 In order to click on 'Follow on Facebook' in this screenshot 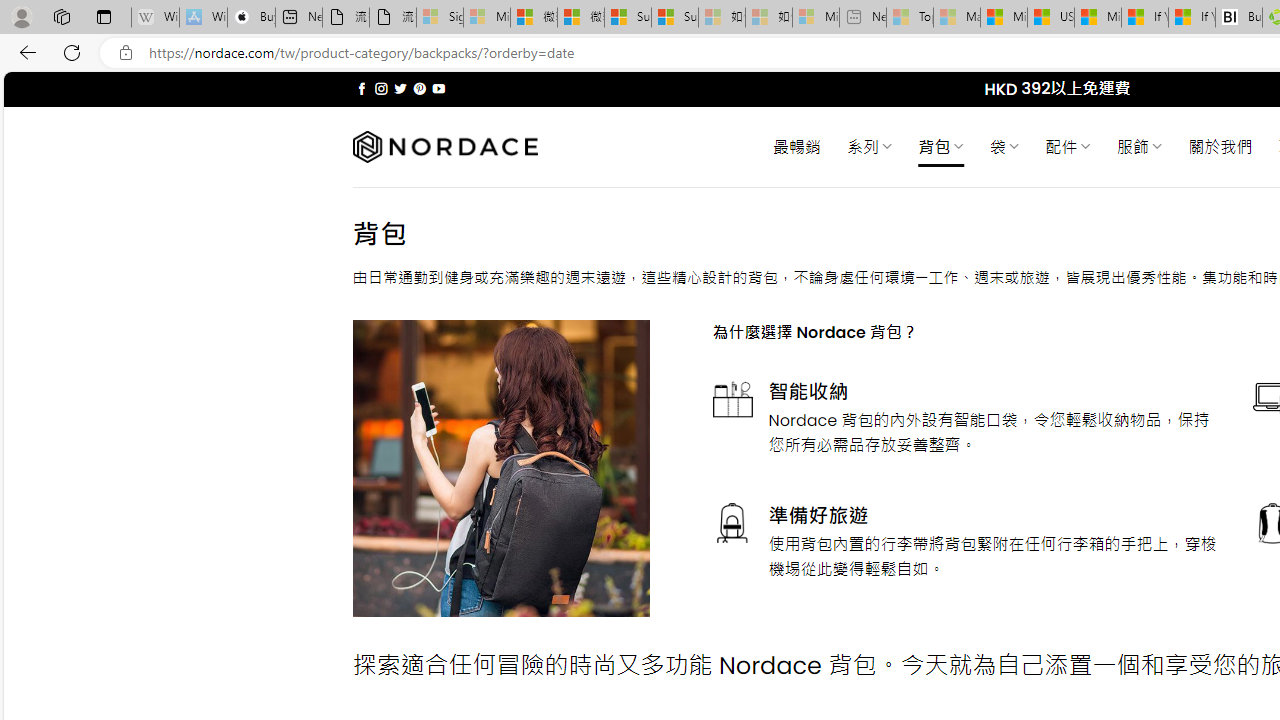, I will do `click(362, 88)`.